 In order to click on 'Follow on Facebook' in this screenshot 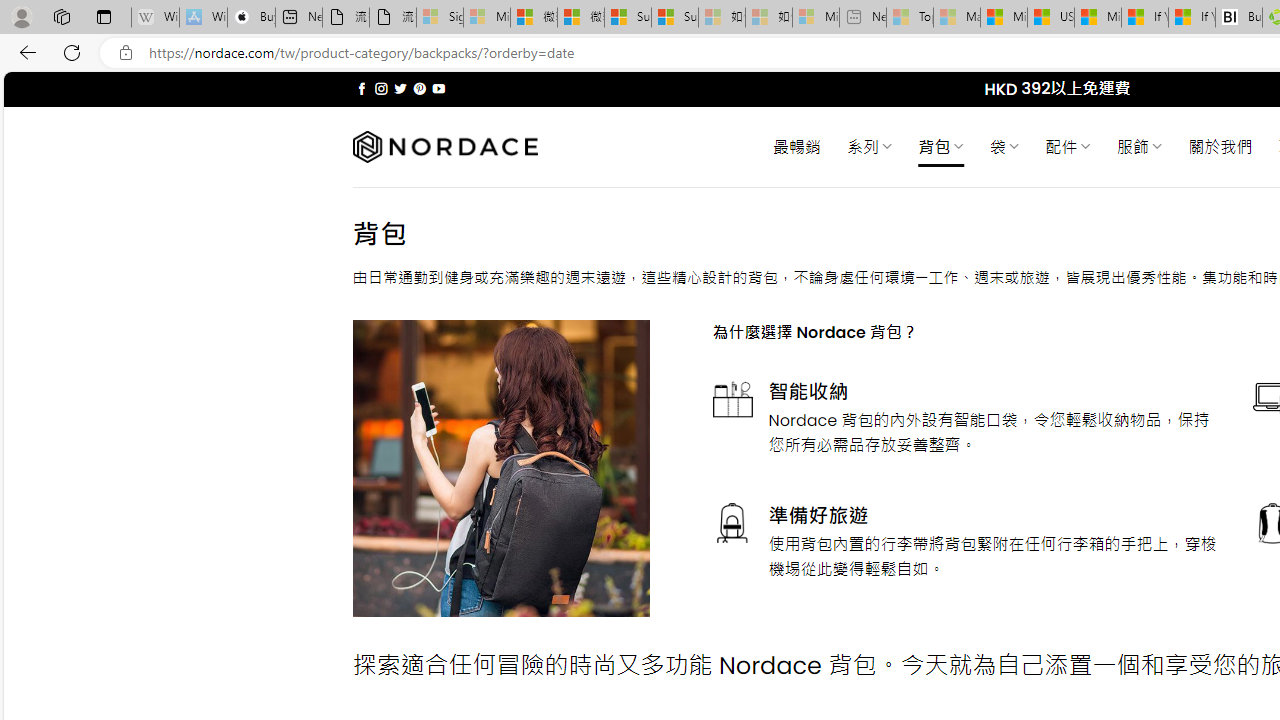, I will do `click(362, 88)`.